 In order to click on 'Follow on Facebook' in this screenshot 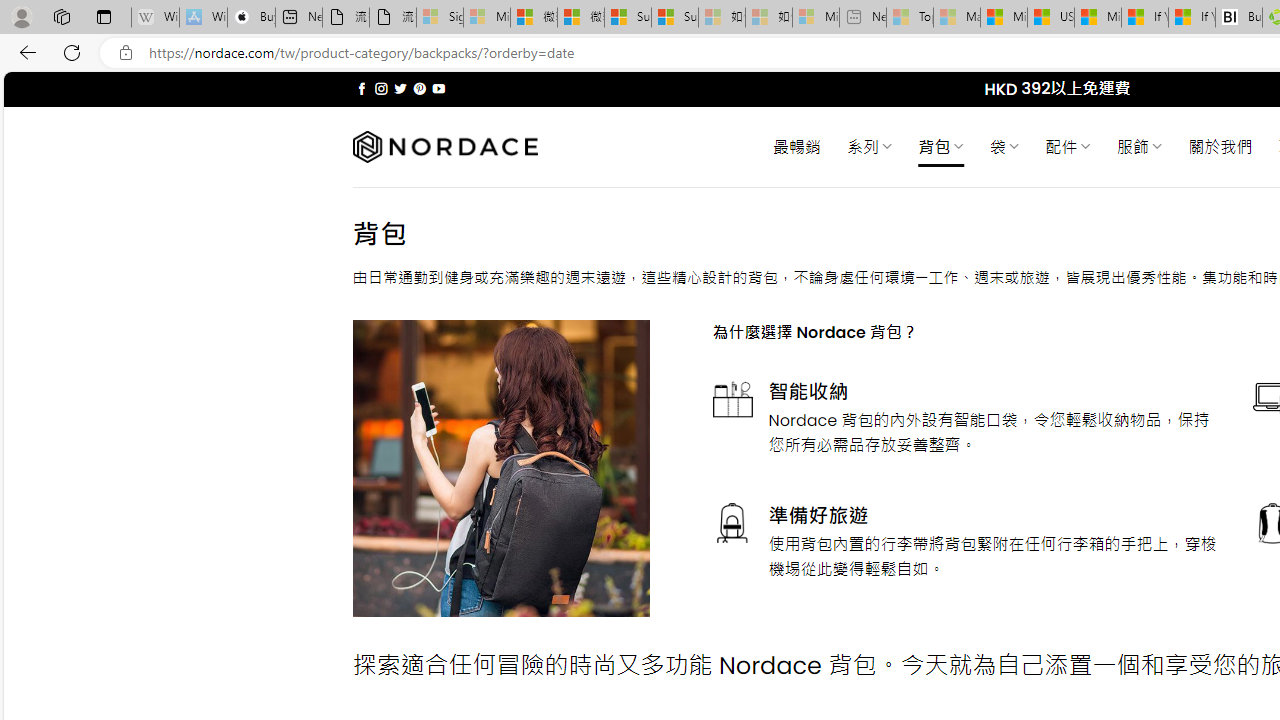, I will do `click(362, 88)`.